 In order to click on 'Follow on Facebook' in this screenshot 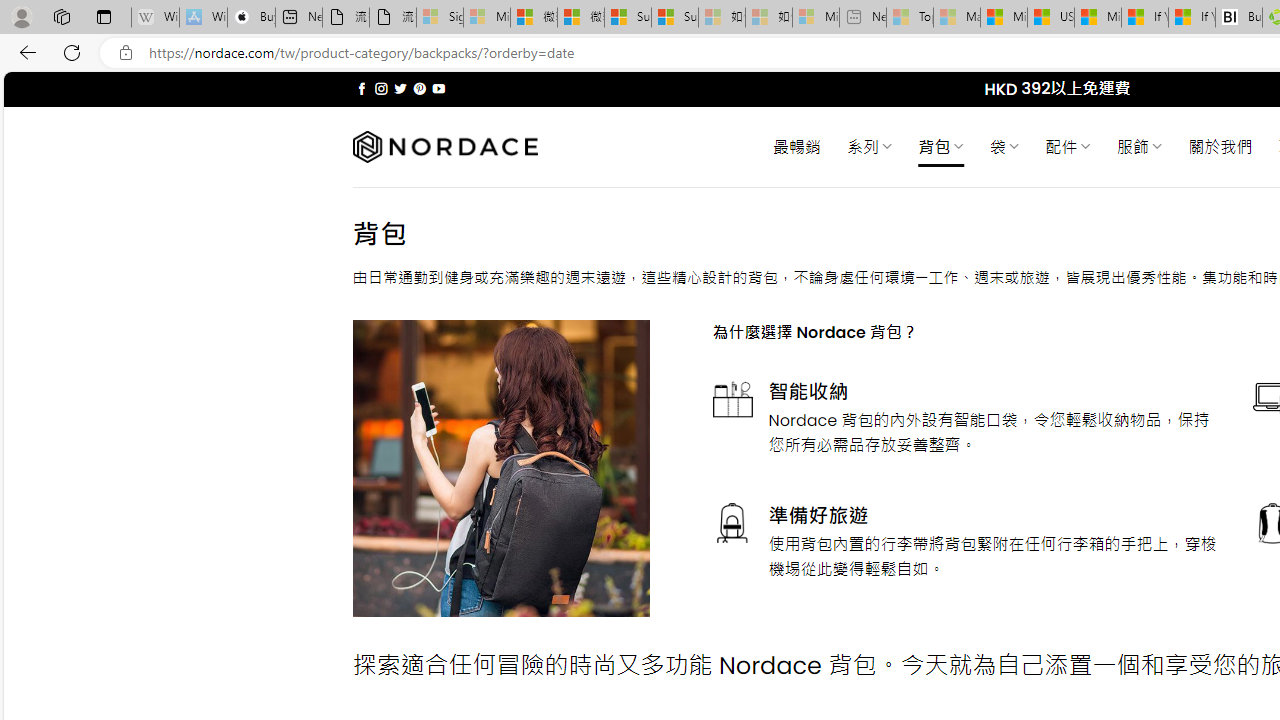, I will do `click(362, 88)`.